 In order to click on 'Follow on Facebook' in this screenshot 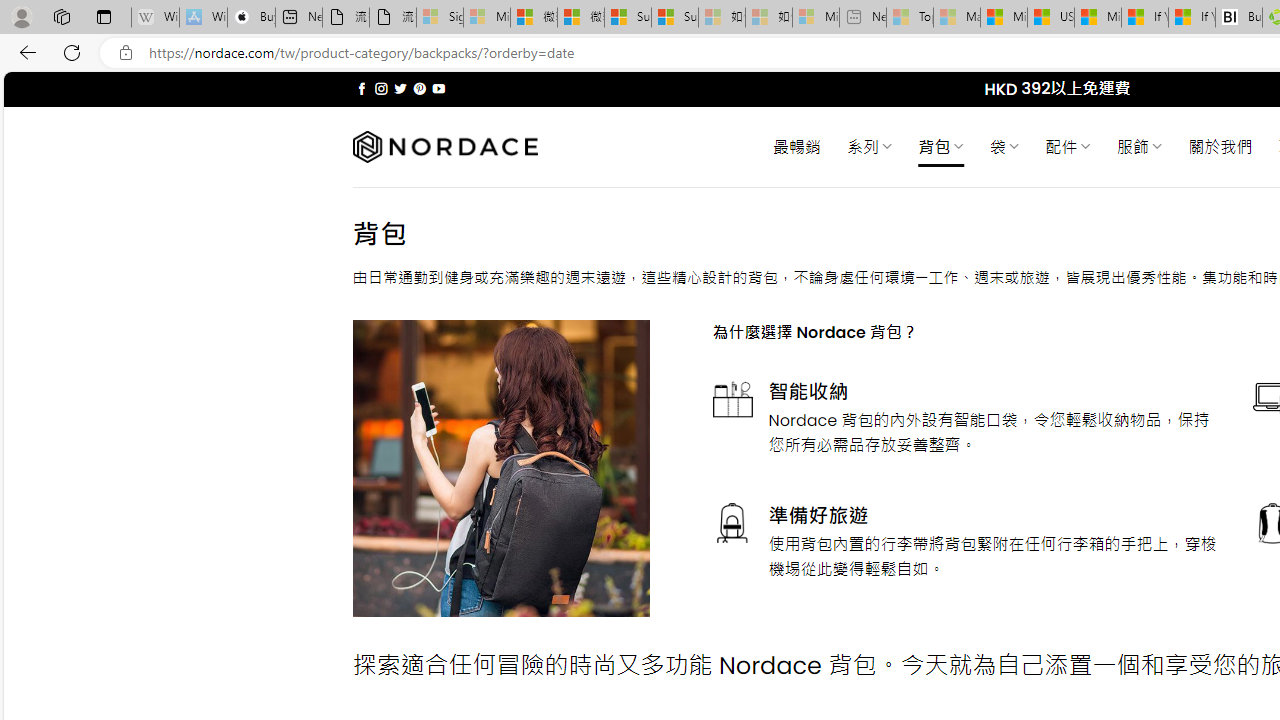, I will do `click(362, 88)`.